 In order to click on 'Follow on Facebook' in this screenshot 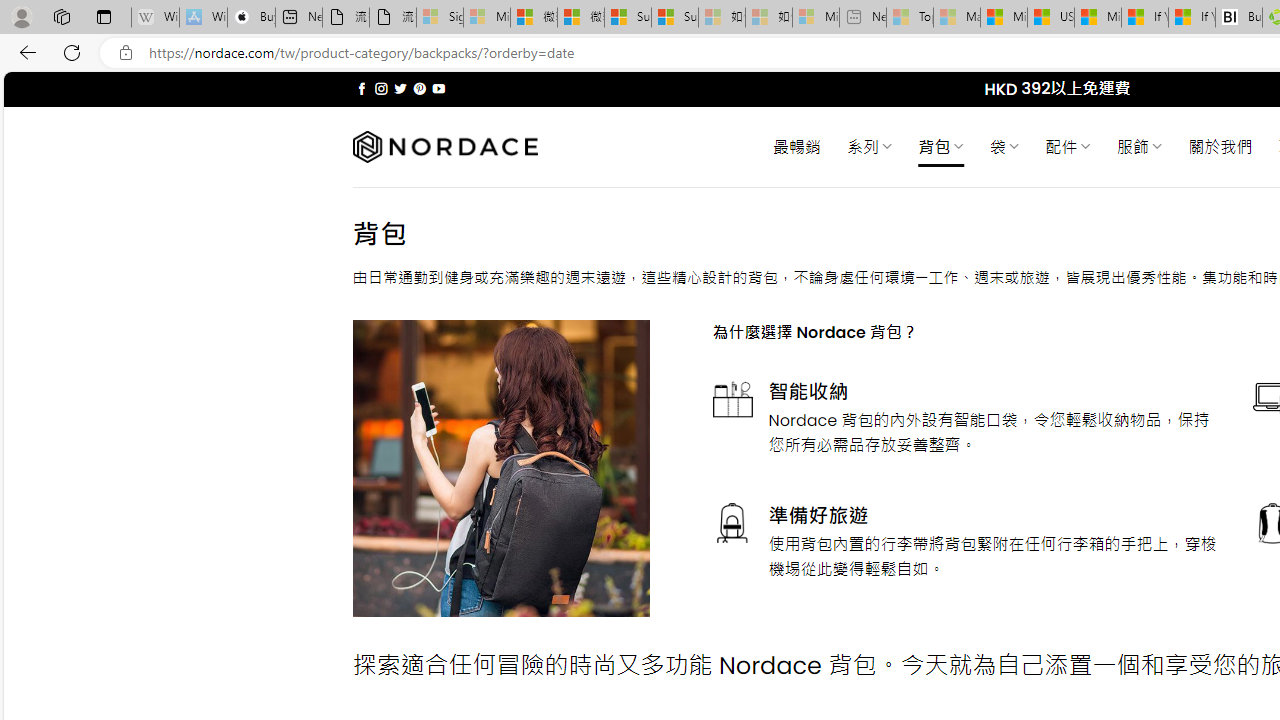, I will do `click(362, 88)`.